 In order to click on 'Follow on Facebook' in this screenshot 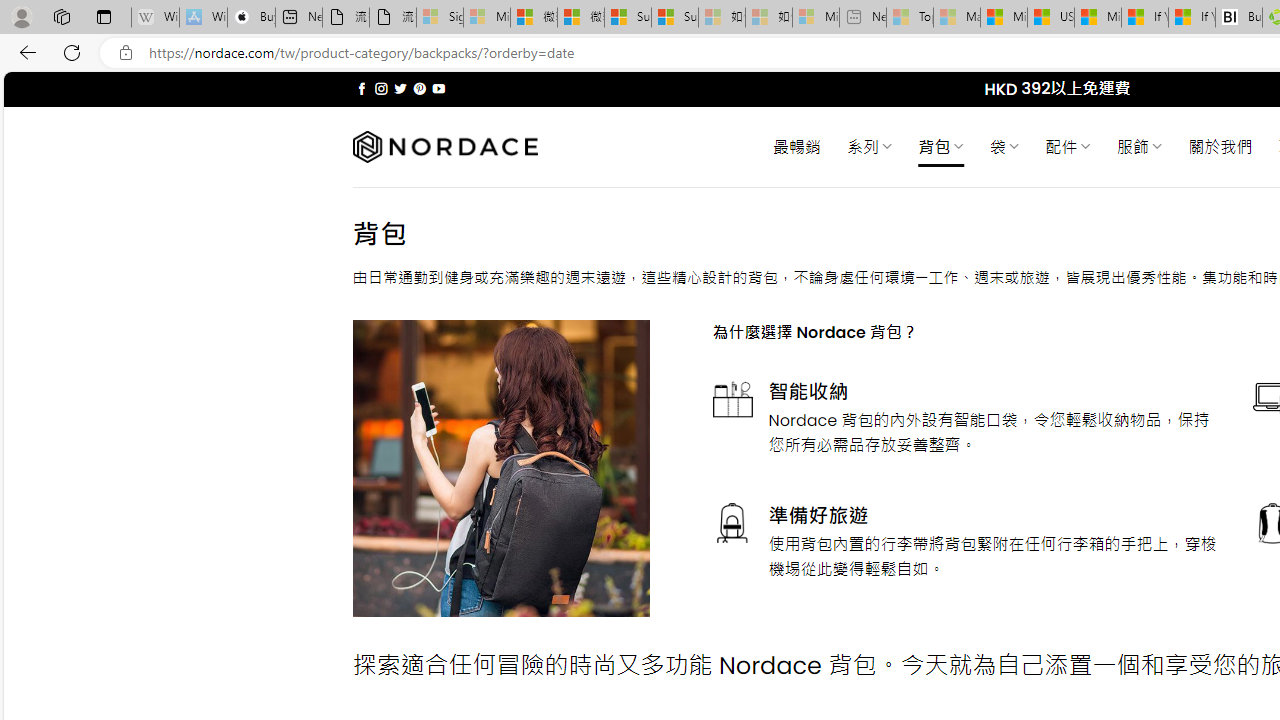, I will do `click(362, 88)`.